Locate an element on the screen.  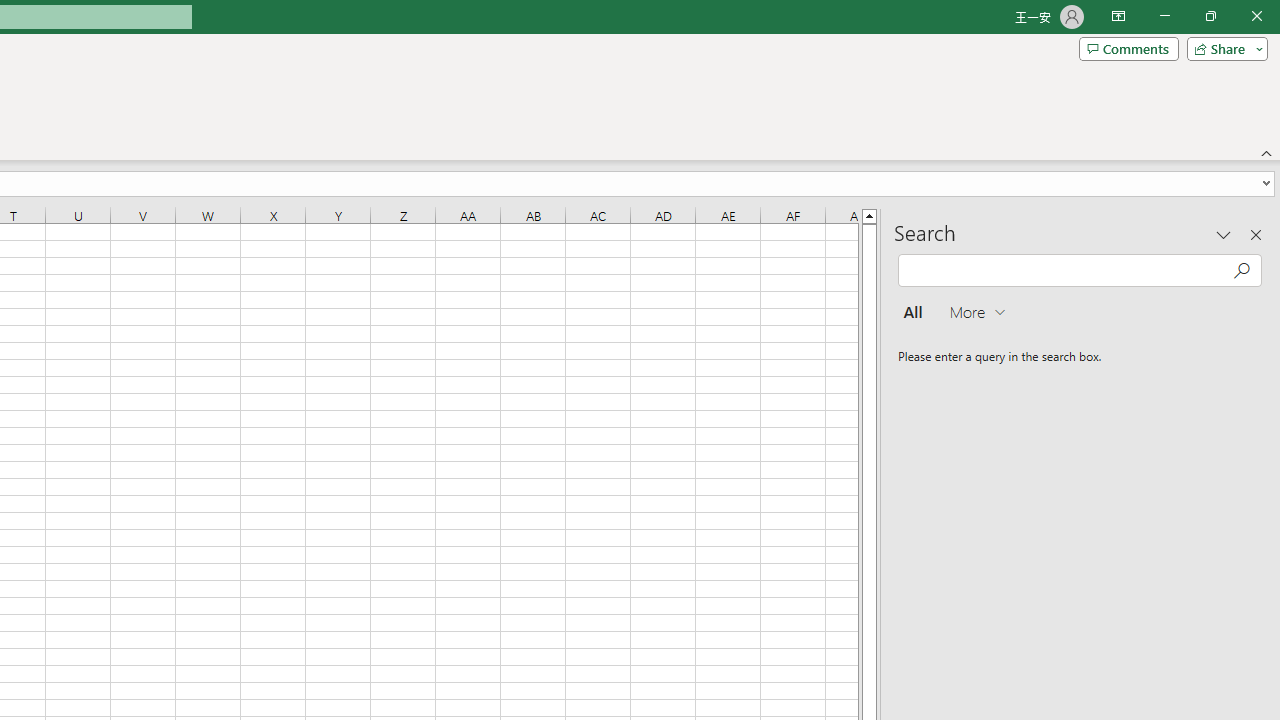
'Close pane' is located at coordinates (1255, 234).